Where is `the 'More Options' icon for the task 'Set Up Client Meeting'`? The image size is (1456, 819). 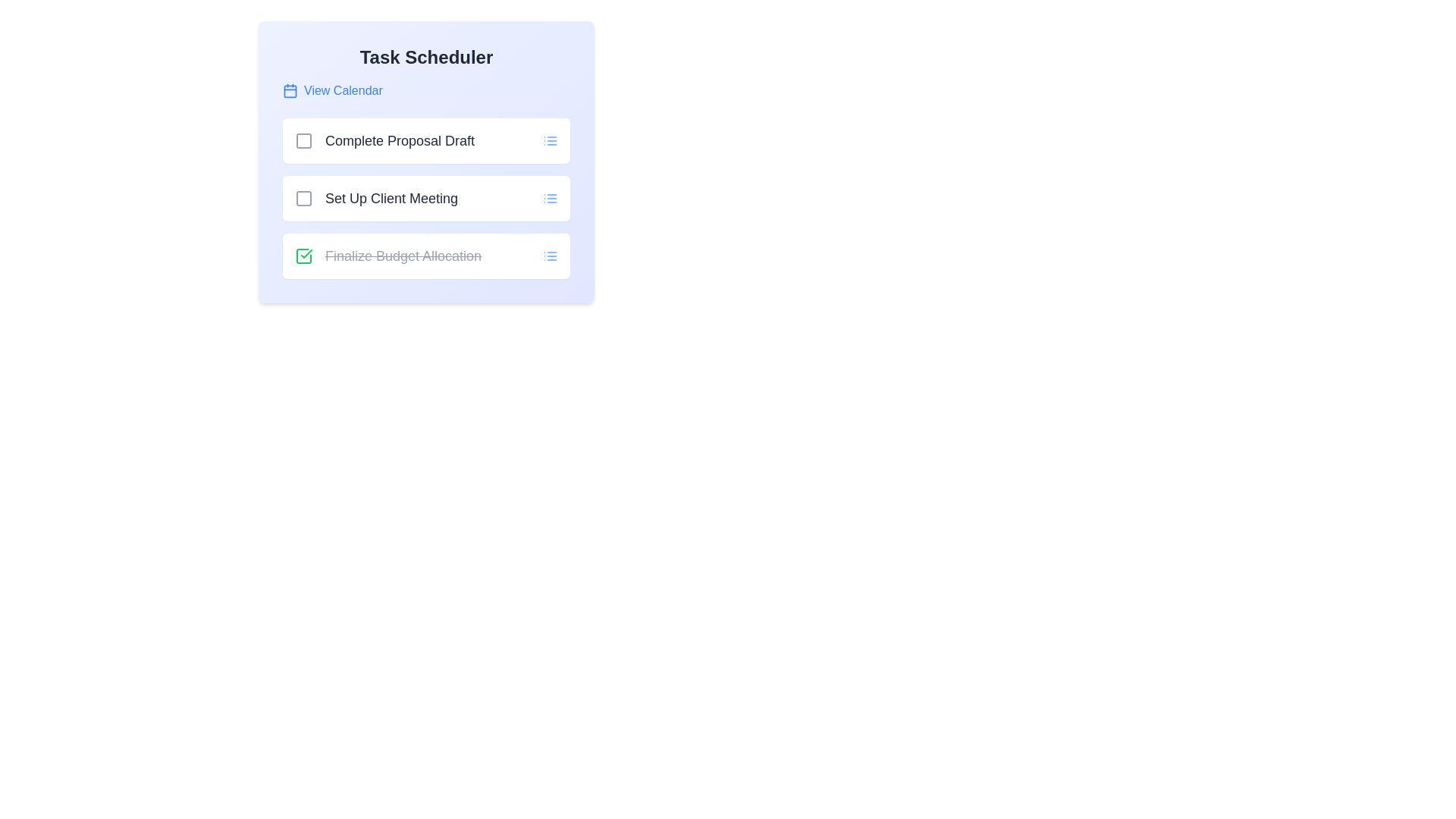
the 'More Options' icon for the task 'Set Up Client Meeting' is located at coordinates (549, 198).